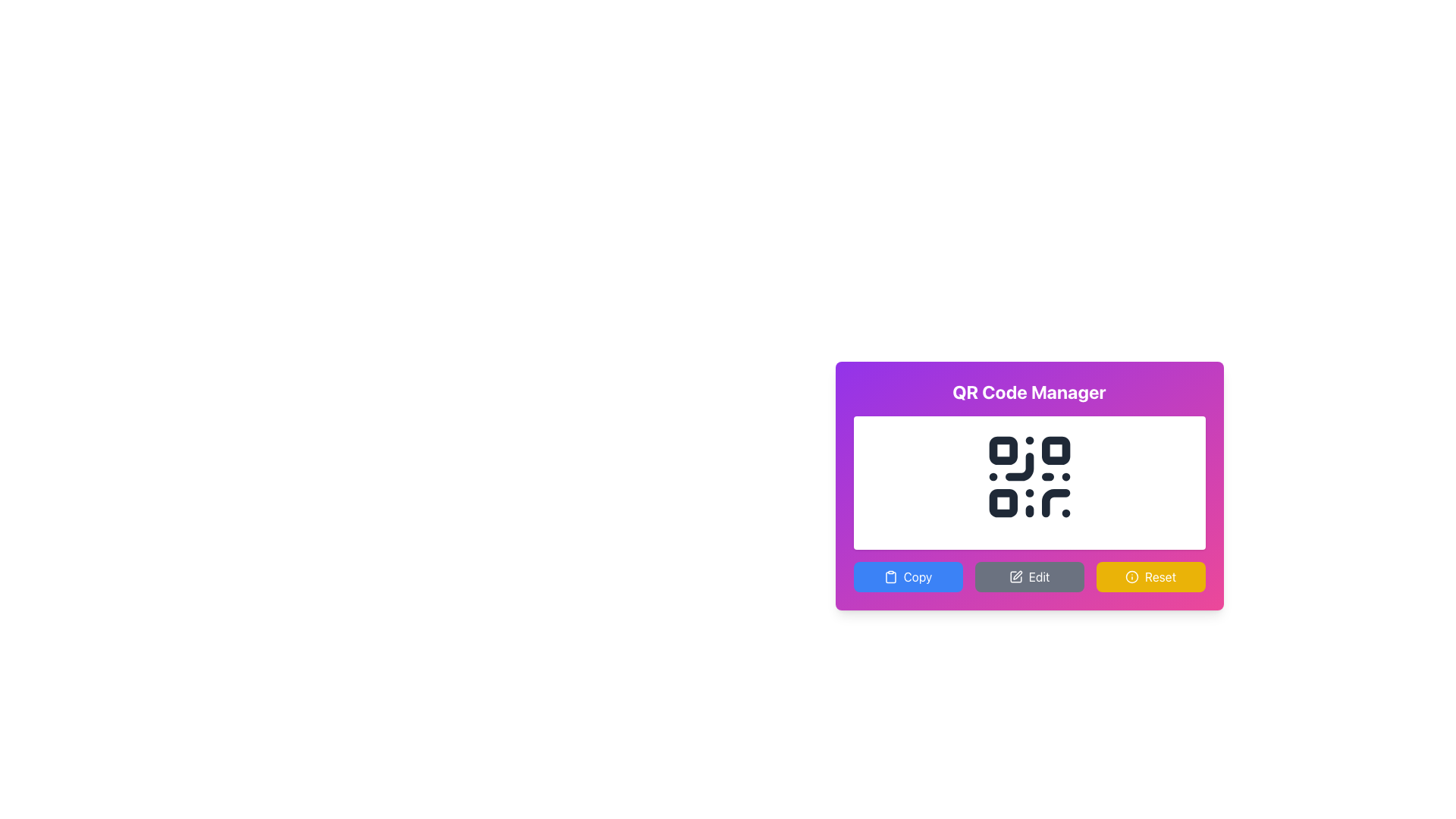 The height and width of the screenshot is (819, 1456). I want to click on the edit button located in the center of the horizontal group of three buttons at the bottom of the 'QR Code Manager' interface, positioned to the right of the 'Copy' button and to the left of the 'Reset' button, so click(1029, 576).